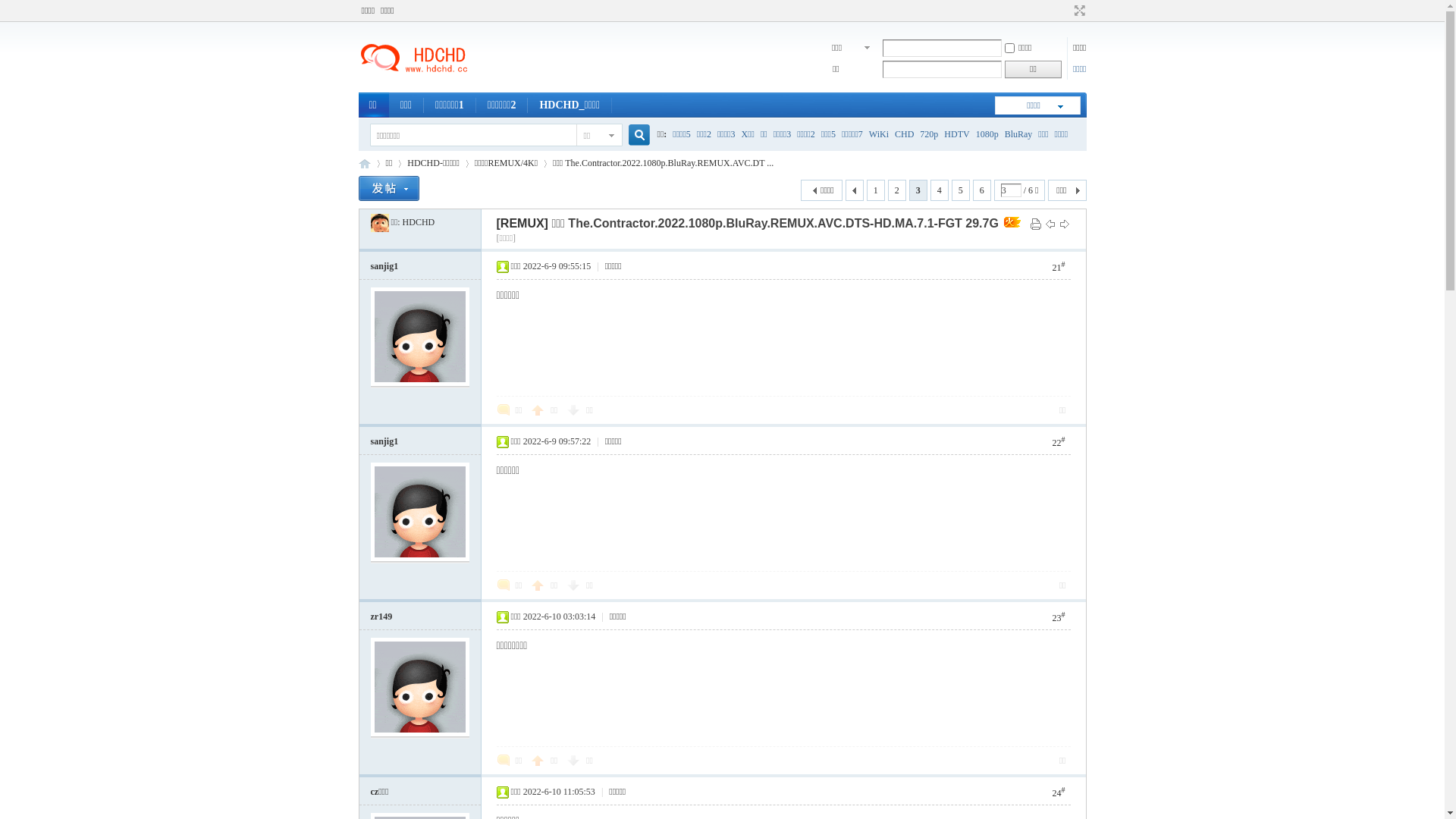 This screenshot has width=1456, height=819. Describe the element at coordinates (419, 222) in the screenshot. I see `'HDCHD'` at that location.